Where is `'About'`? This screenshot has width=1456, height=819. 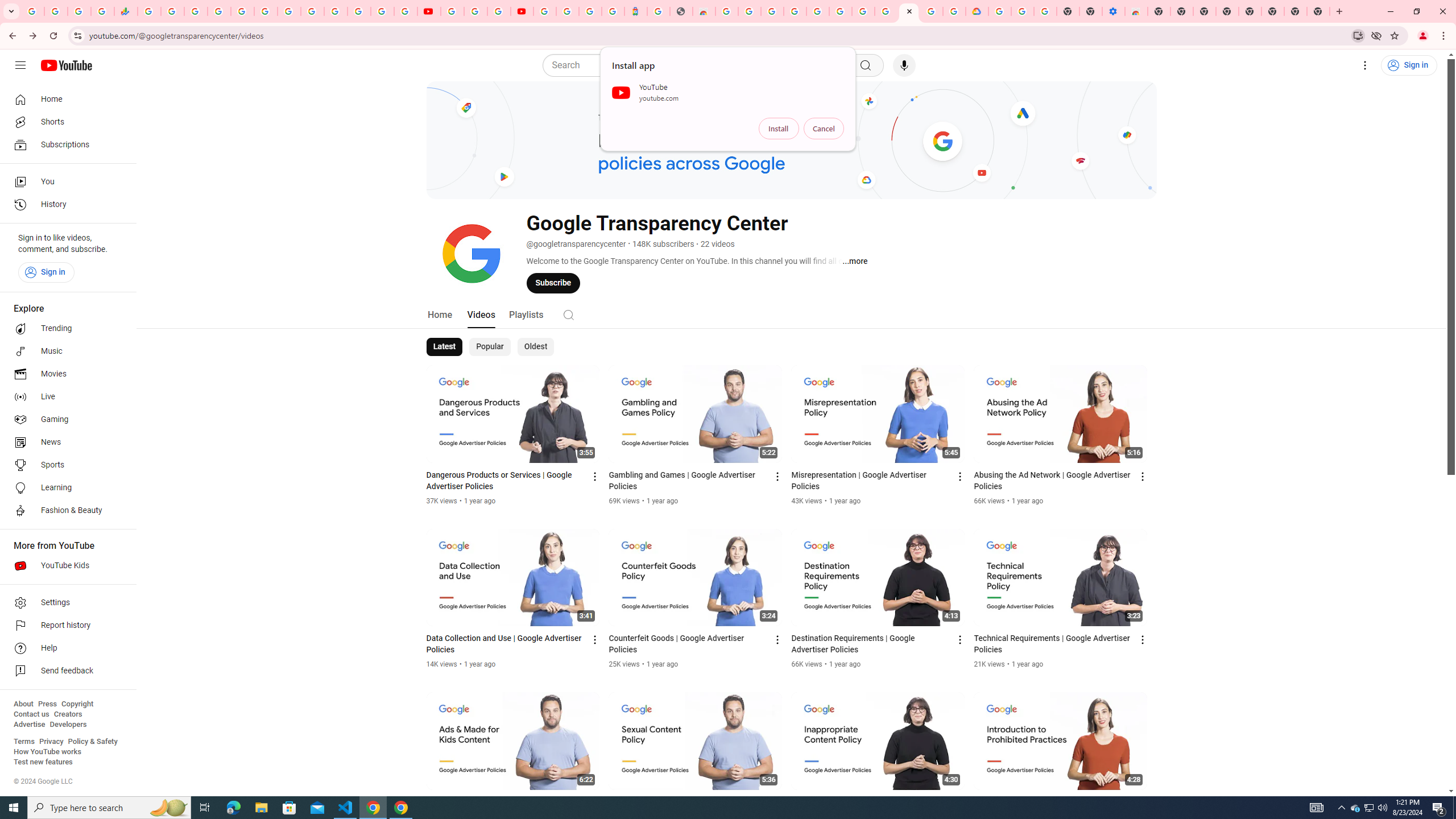 'About' is located at coordinates (23, 704).